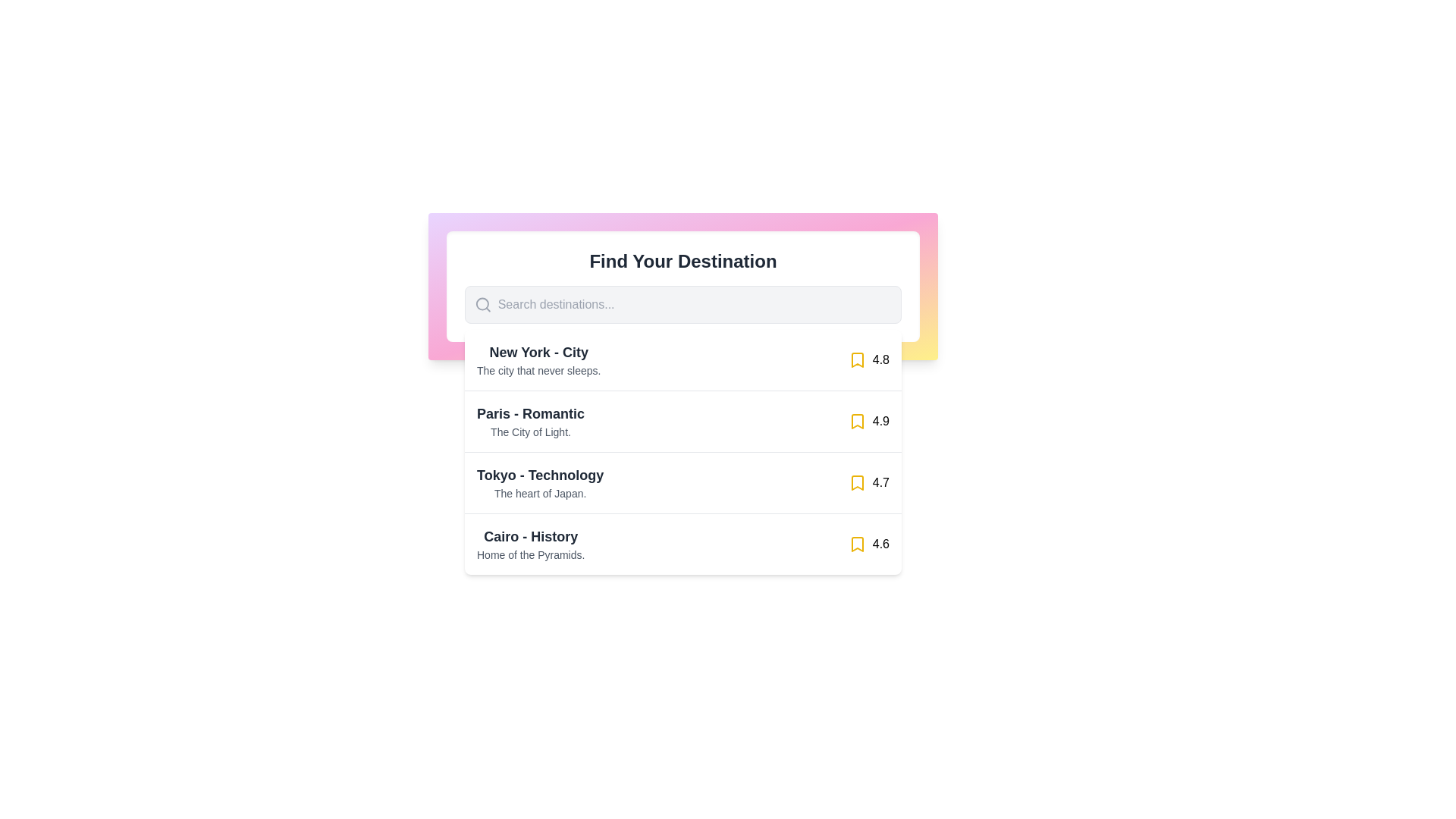 The width and height of the screenshot is (1456, 819). What do you see at coordinates (857, 359) in the screenshot?
I see `the bookmark icon located at the end of the line for 'New York - City' in the vertical list` at bounding box center [857, 359].